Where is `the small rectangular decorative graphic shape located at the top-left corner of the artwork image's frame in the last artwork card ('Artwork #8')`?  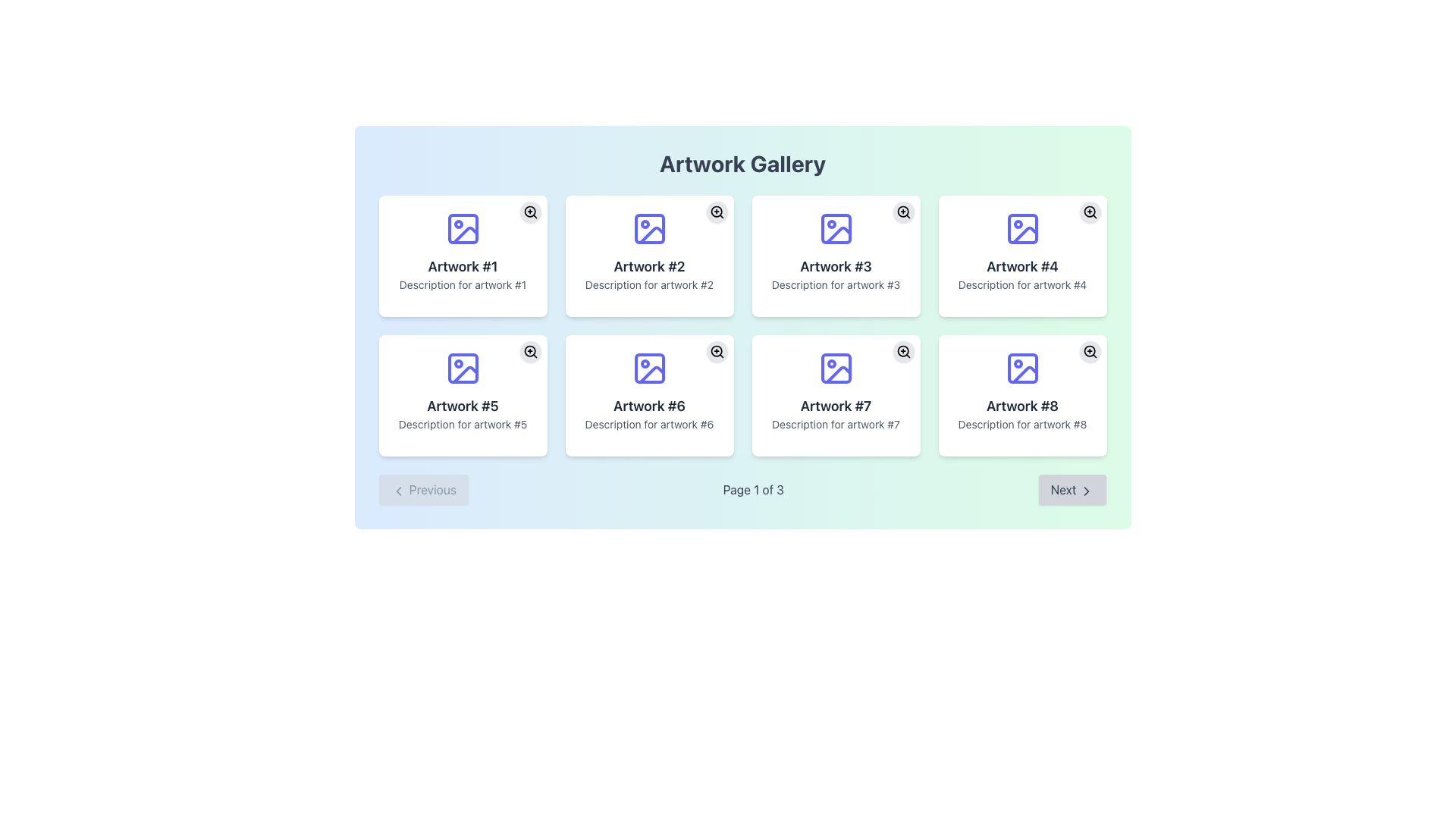
the small rectangular decorative graphic shape located at the top-left corner of the artwork image's frame in the last artwork card ('Artwork #8') is located at coordinates (1022, 369).